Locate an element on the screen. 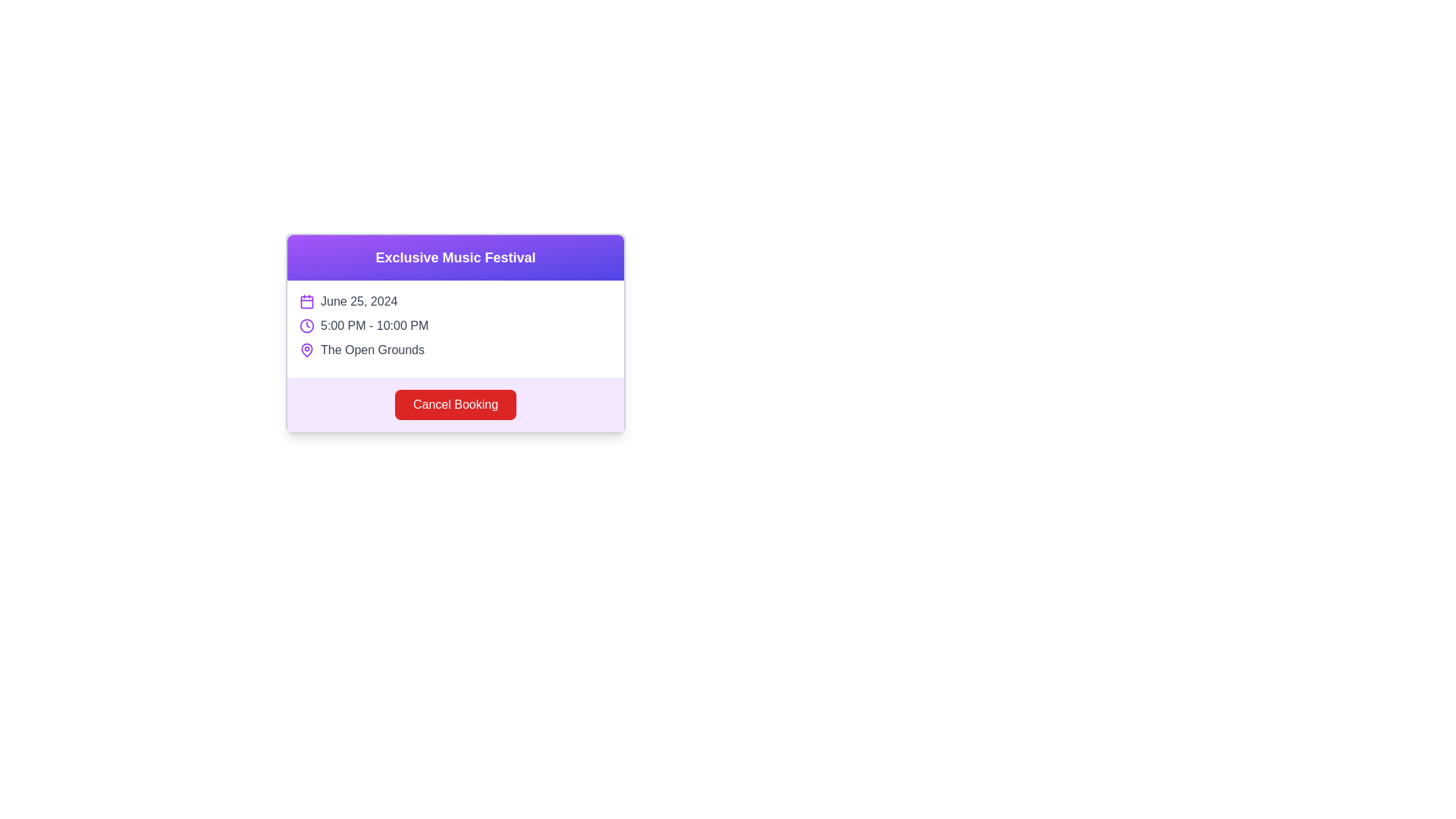 This screenshot has width=1456, height=819. the calendar icon which is a purple square outline with rounded corners, located next to the text 'June 25, 2024', positioned below the header 'Exclusive Music Festival' is located at coordinates (306, 301).